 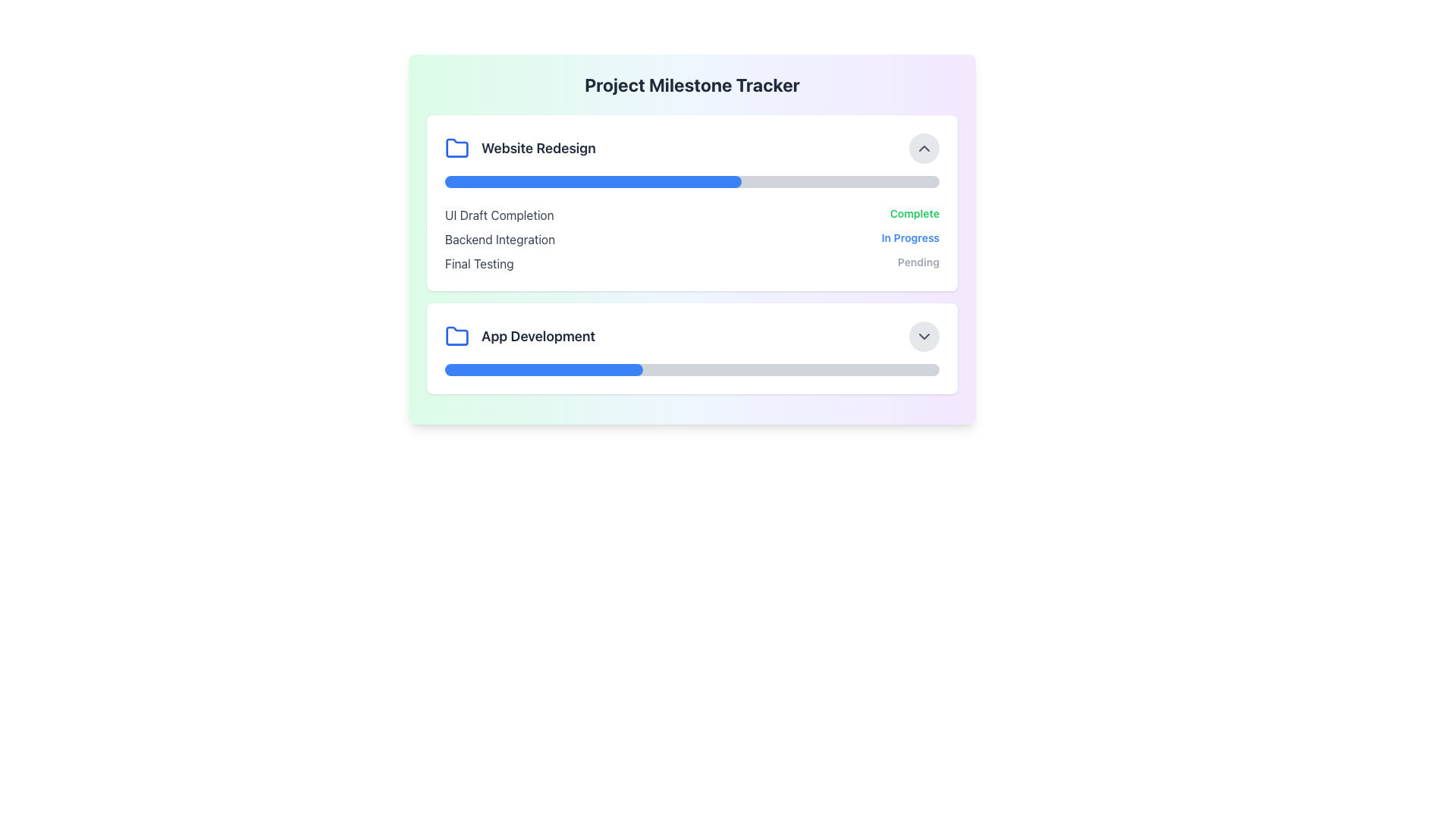 I want to click on the 'Pending' text label, which is styled in a smaller font size and gray color, located at the far right end of the second row of tasks under the 'Website Redesign' category, aligned with the task description 'Final Testing', so click(x=918, y=262).